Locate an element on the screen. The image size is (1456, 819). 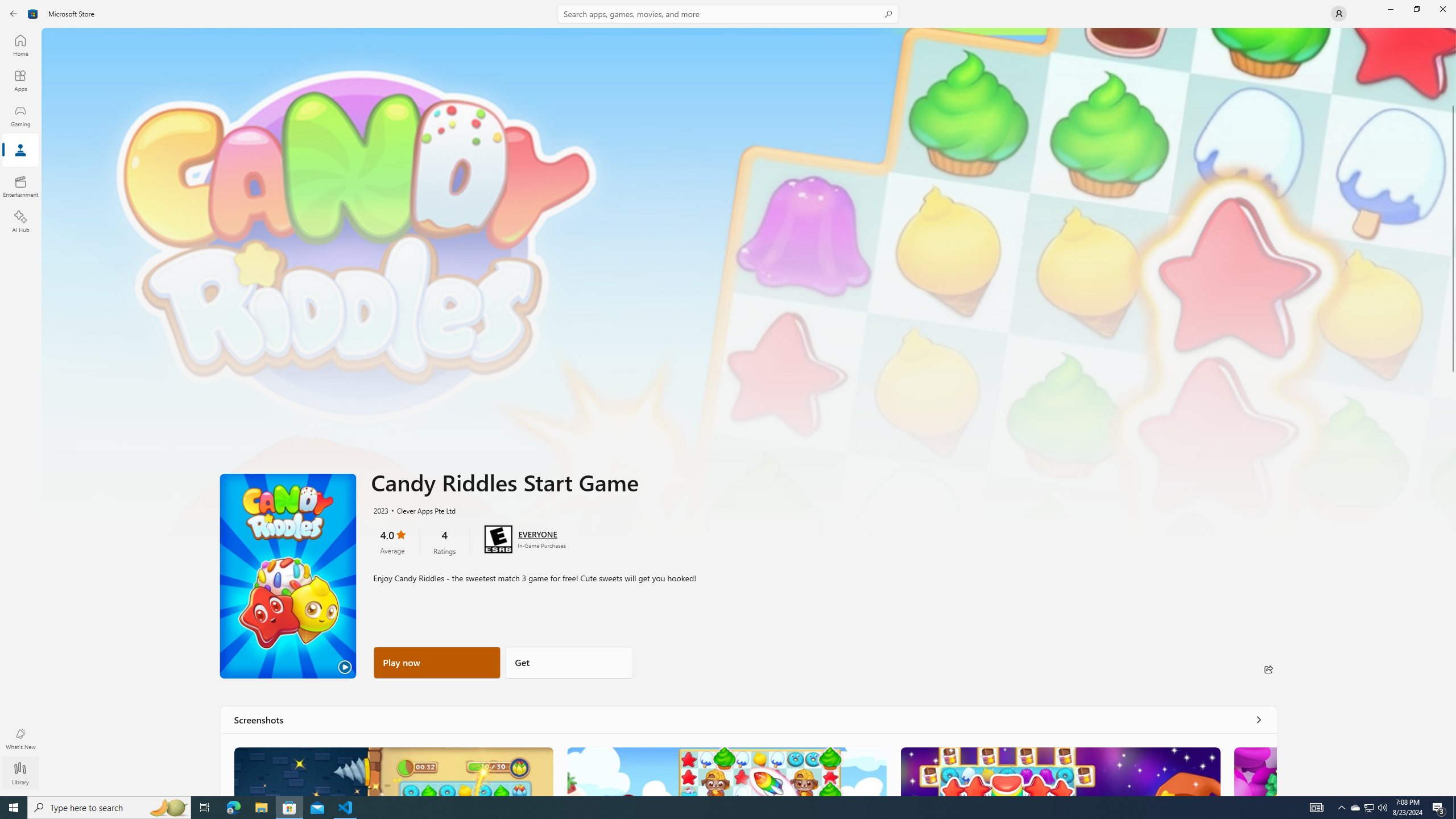
'User profile' is located at coordinates (1338, 13).